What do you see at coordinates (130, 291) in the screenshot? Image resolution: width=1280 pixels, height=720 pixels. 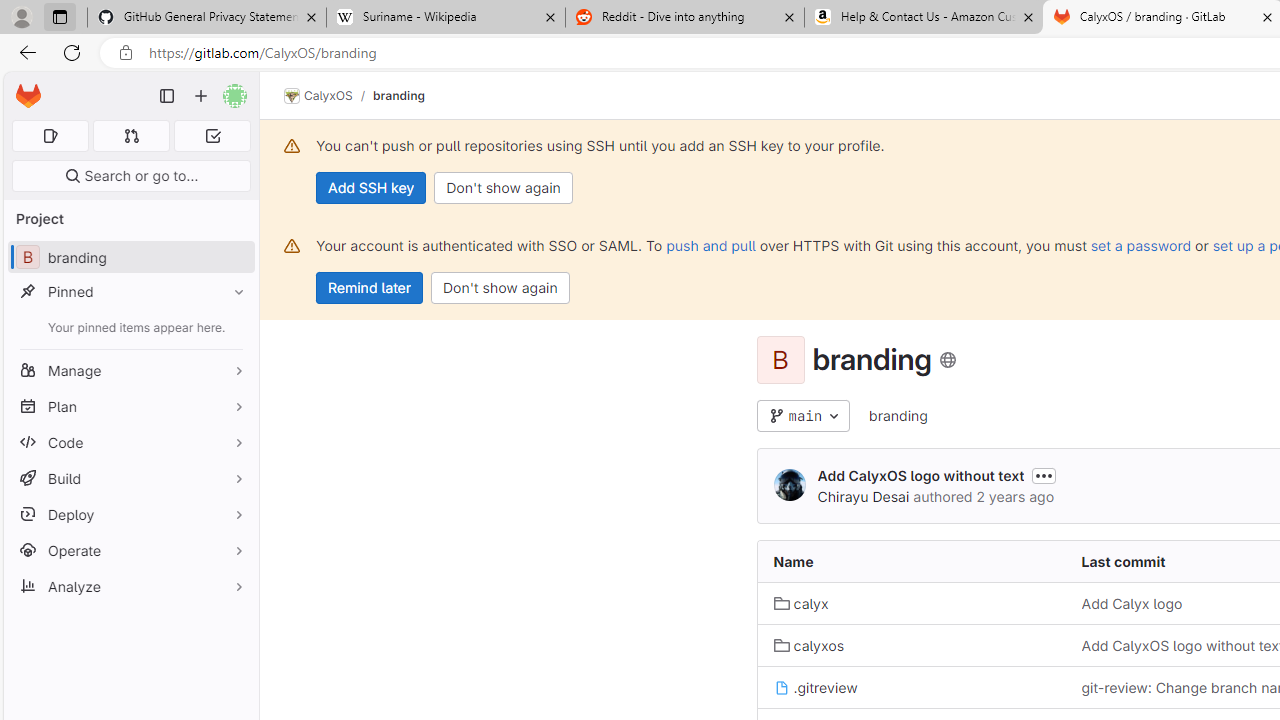 I see `'Pinned'` at bounding box center [130, 291].